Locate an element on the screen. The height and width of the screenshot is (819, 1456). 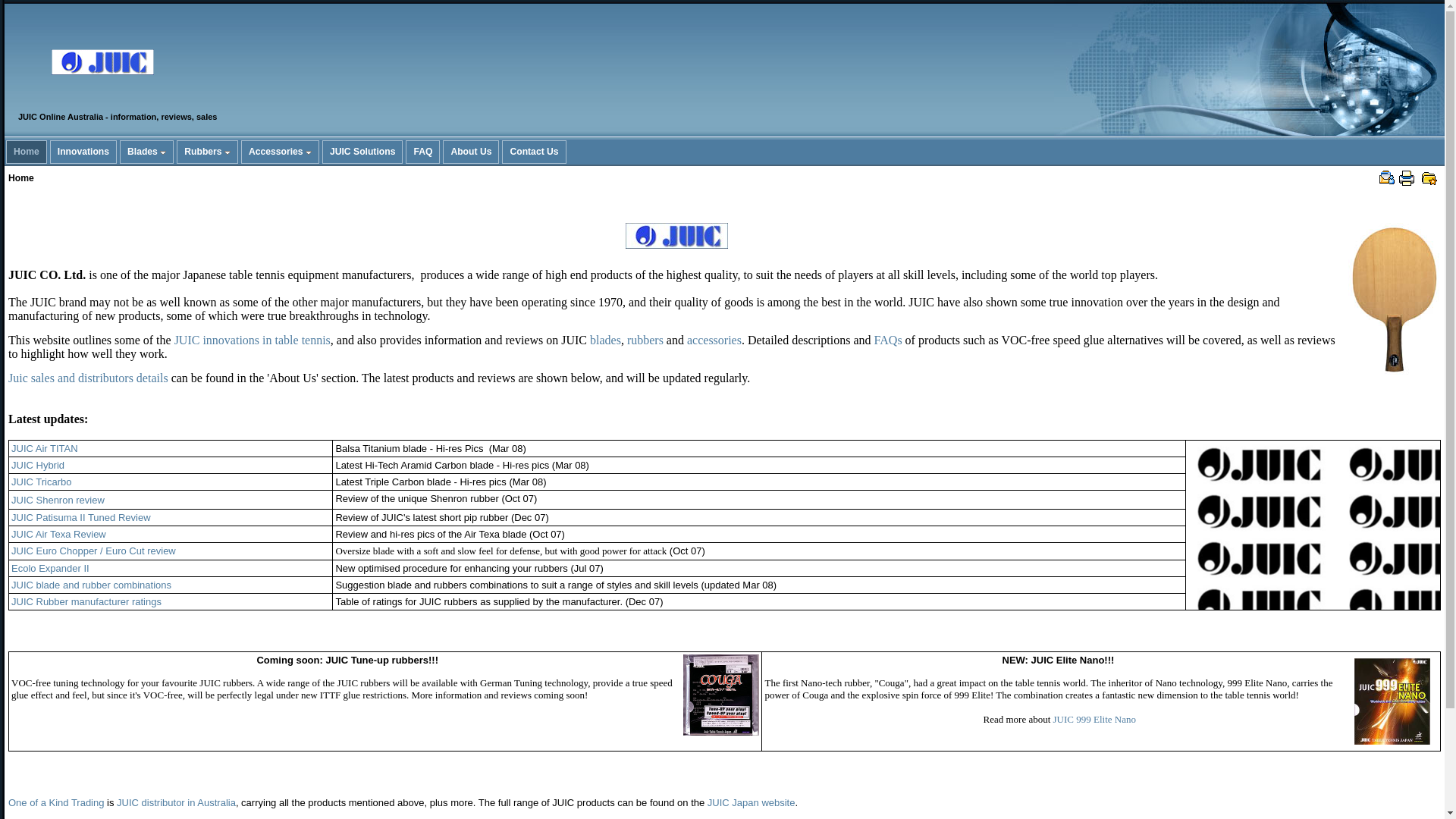
'JUIC 999 Elite Nano' is located at coordinates (1052, 718).